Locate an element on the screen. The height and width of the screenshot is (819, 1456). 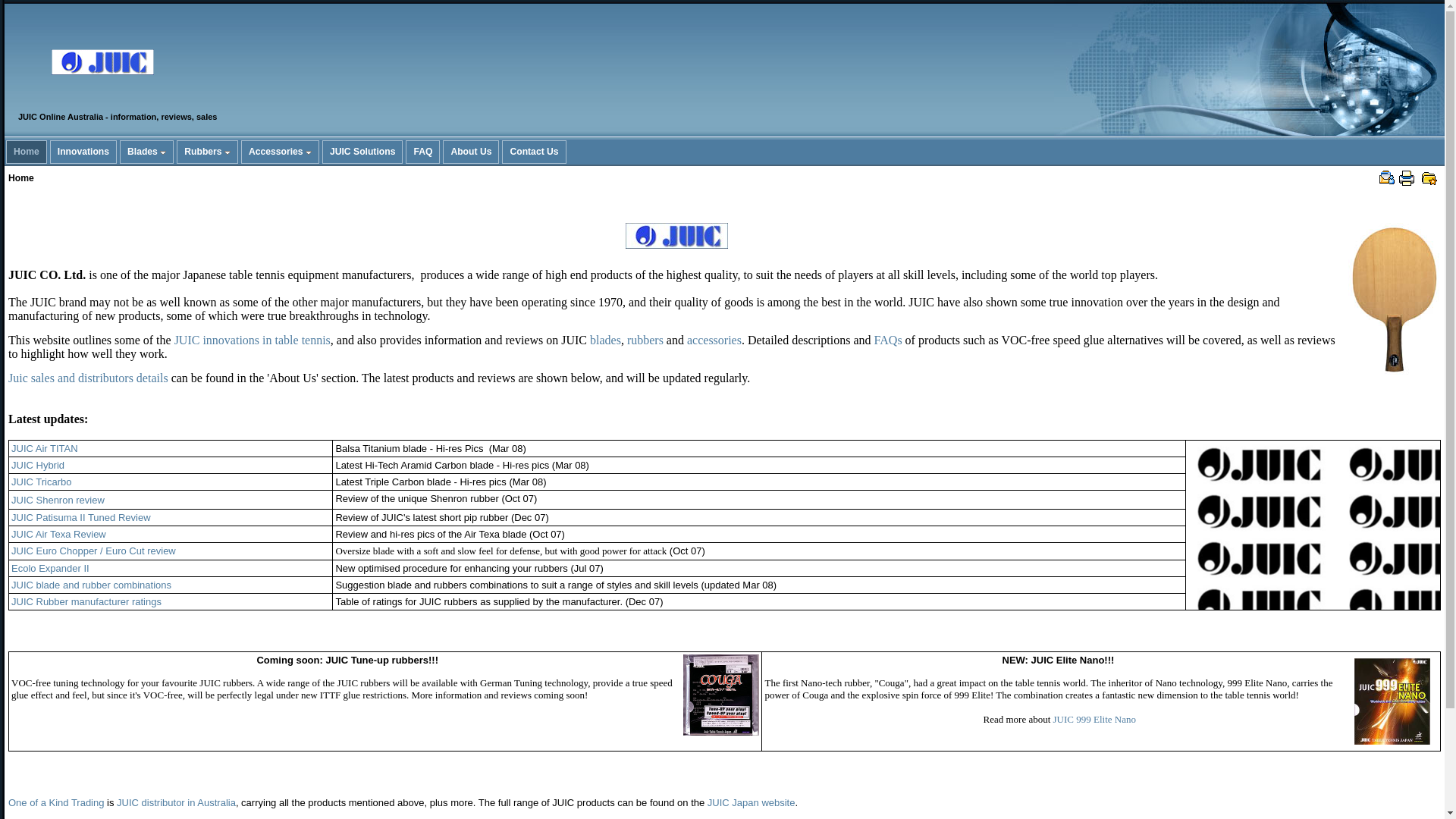
'JUIC 999 Elite Nano' is located at coordinates (1052, 718).